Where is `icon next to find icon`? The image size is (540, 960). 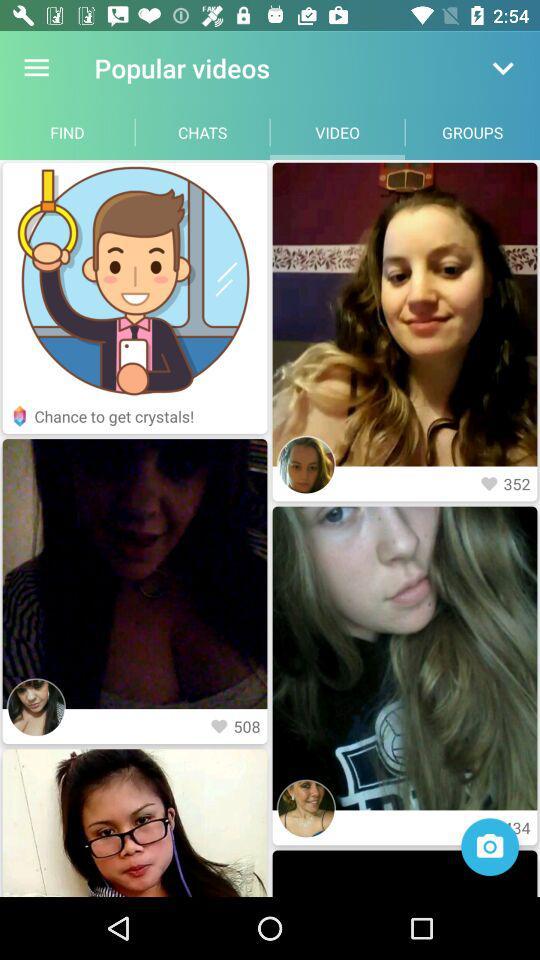
icon next to find icon is located at coordinates (202, 131).